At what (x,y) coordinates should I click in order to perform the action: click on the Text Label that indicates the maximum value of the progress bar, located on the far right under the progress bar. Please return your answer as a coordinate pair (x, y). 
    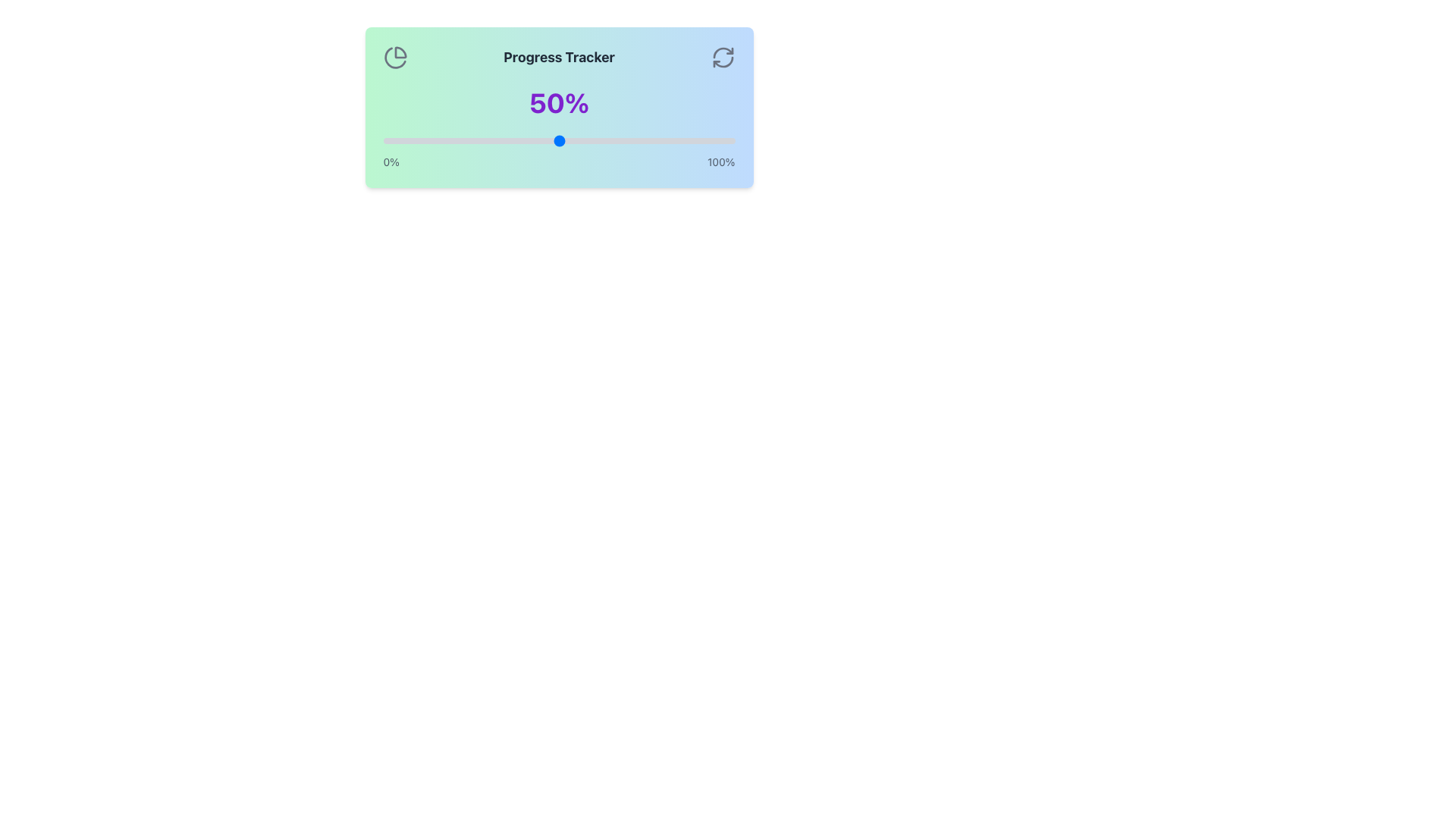
    Looking at the image, I should click on (720, 162).